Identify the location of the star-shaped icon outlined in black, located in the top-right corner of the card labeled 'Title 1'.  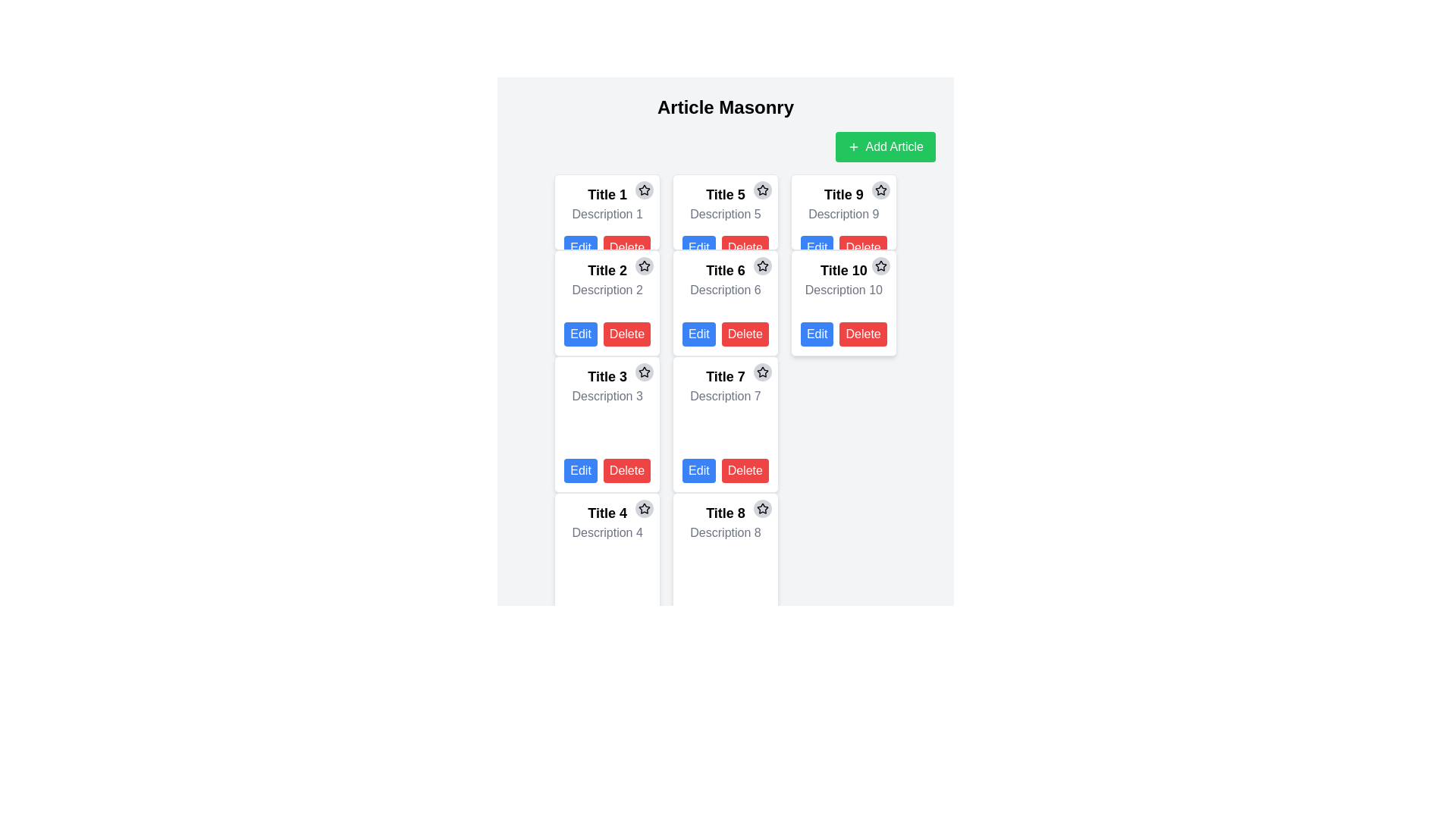
(645, 189).